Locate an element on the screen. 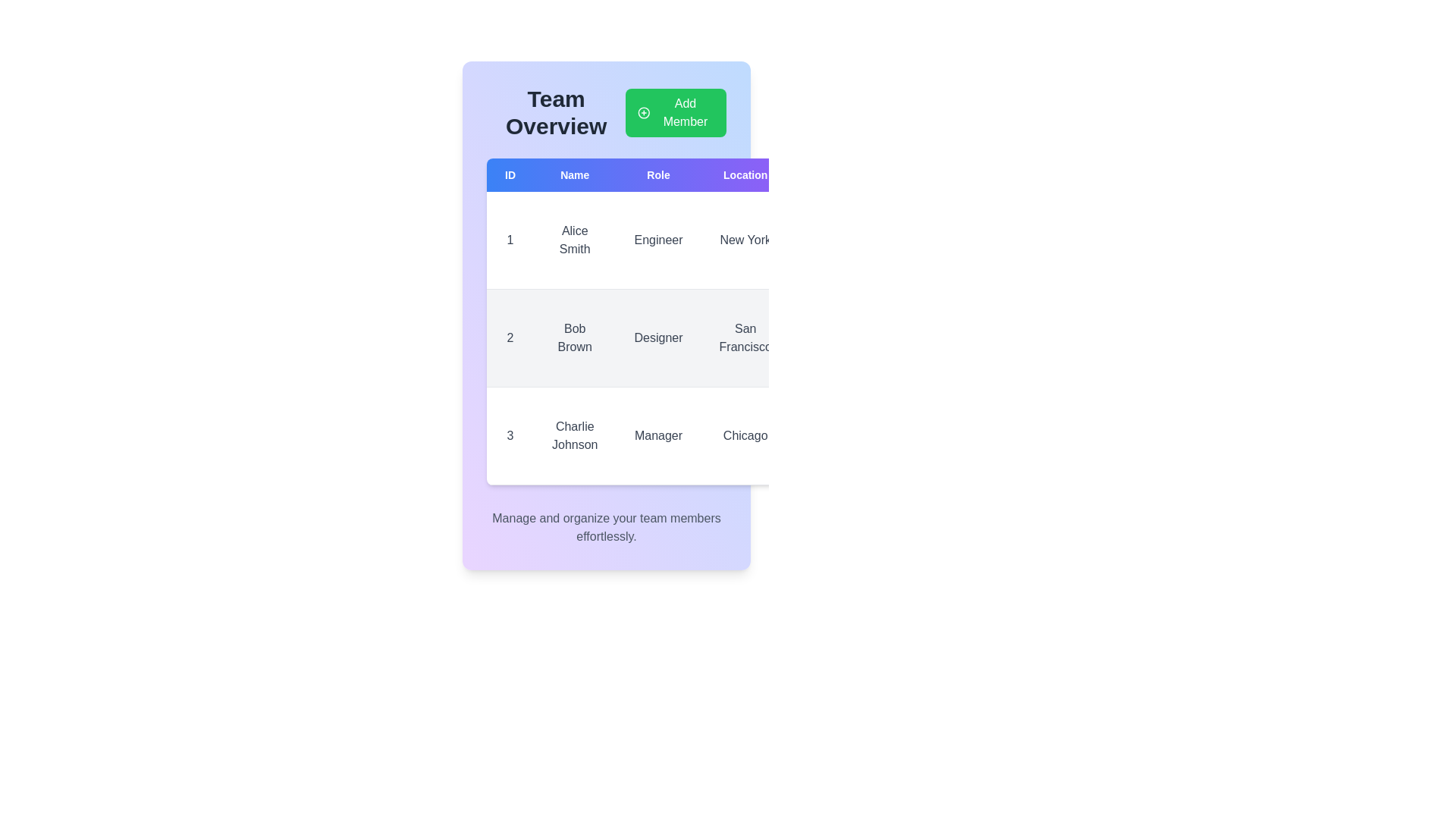 The width and height of the screenshot is (1456, 819). the 'Name' column header in the table, which is the second column header located between 'ID' and 'Role' is located at coordinates (574, 174).